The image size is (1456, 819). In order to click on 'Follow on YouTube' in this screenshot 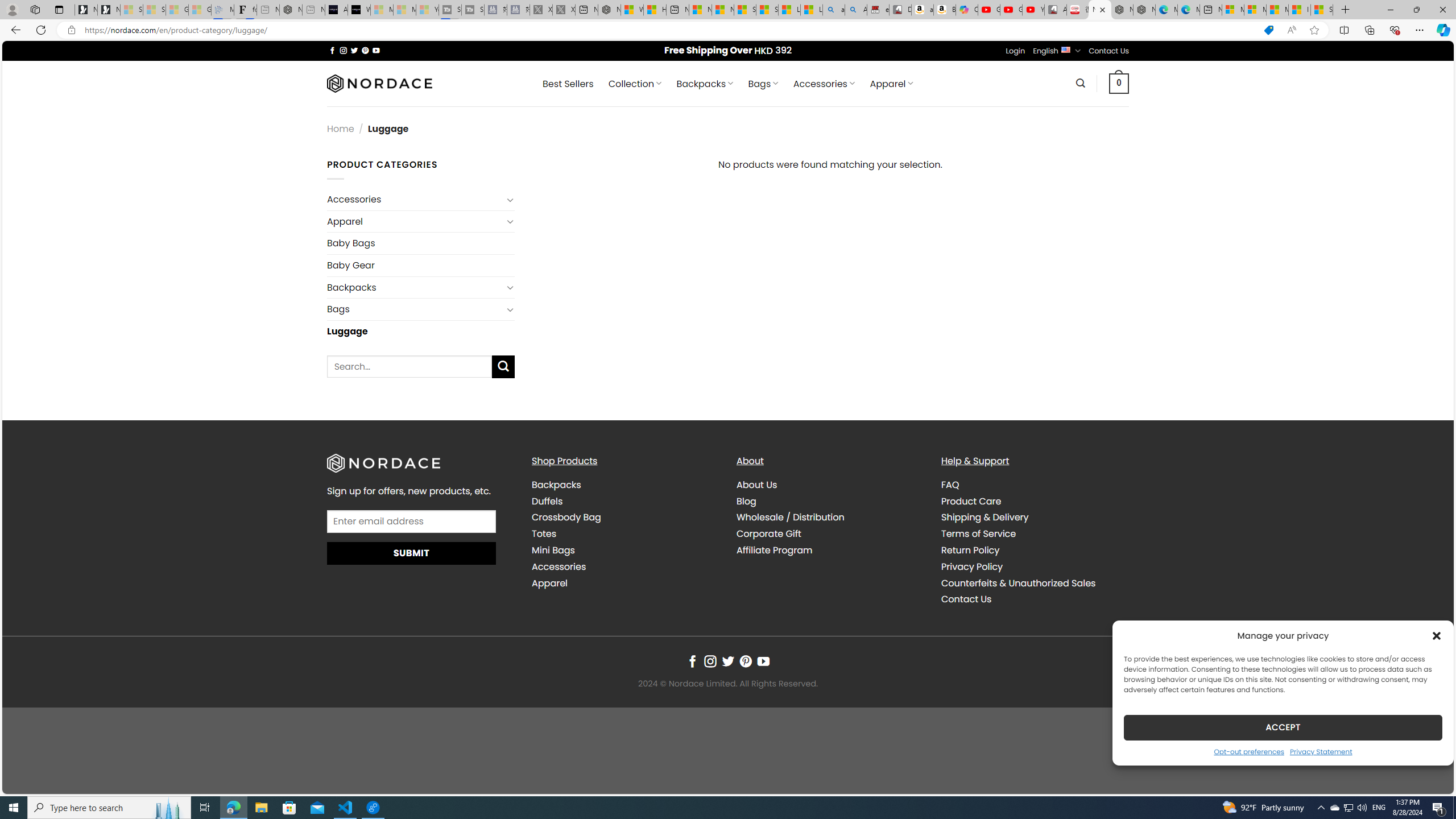, I will do `click(763, 661)`.